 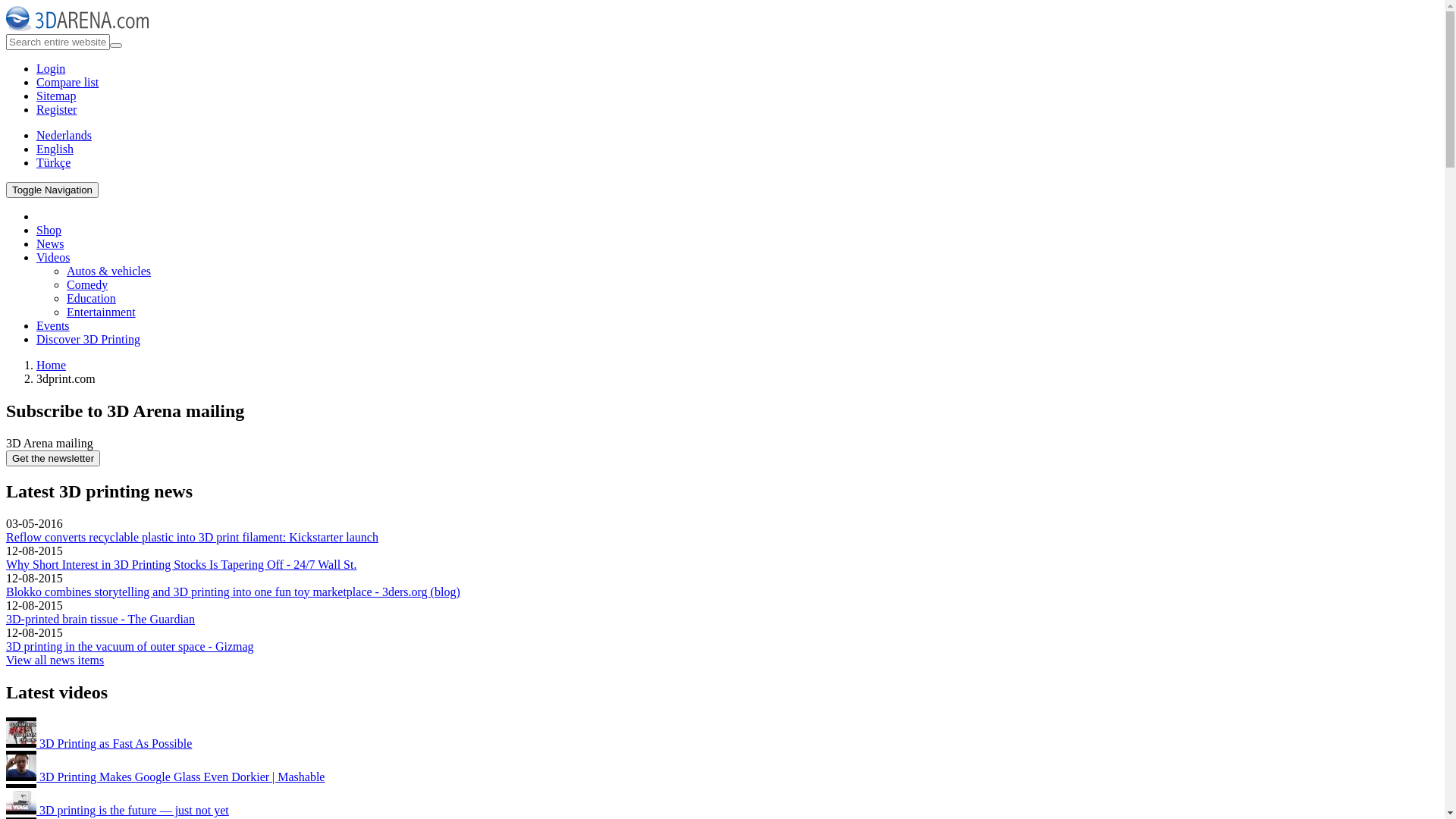 What do you see at coordinates (58, 41) in the screenshot?
I see `'Enter the terms you wish to search for.'` at bounding box center [58, 41].